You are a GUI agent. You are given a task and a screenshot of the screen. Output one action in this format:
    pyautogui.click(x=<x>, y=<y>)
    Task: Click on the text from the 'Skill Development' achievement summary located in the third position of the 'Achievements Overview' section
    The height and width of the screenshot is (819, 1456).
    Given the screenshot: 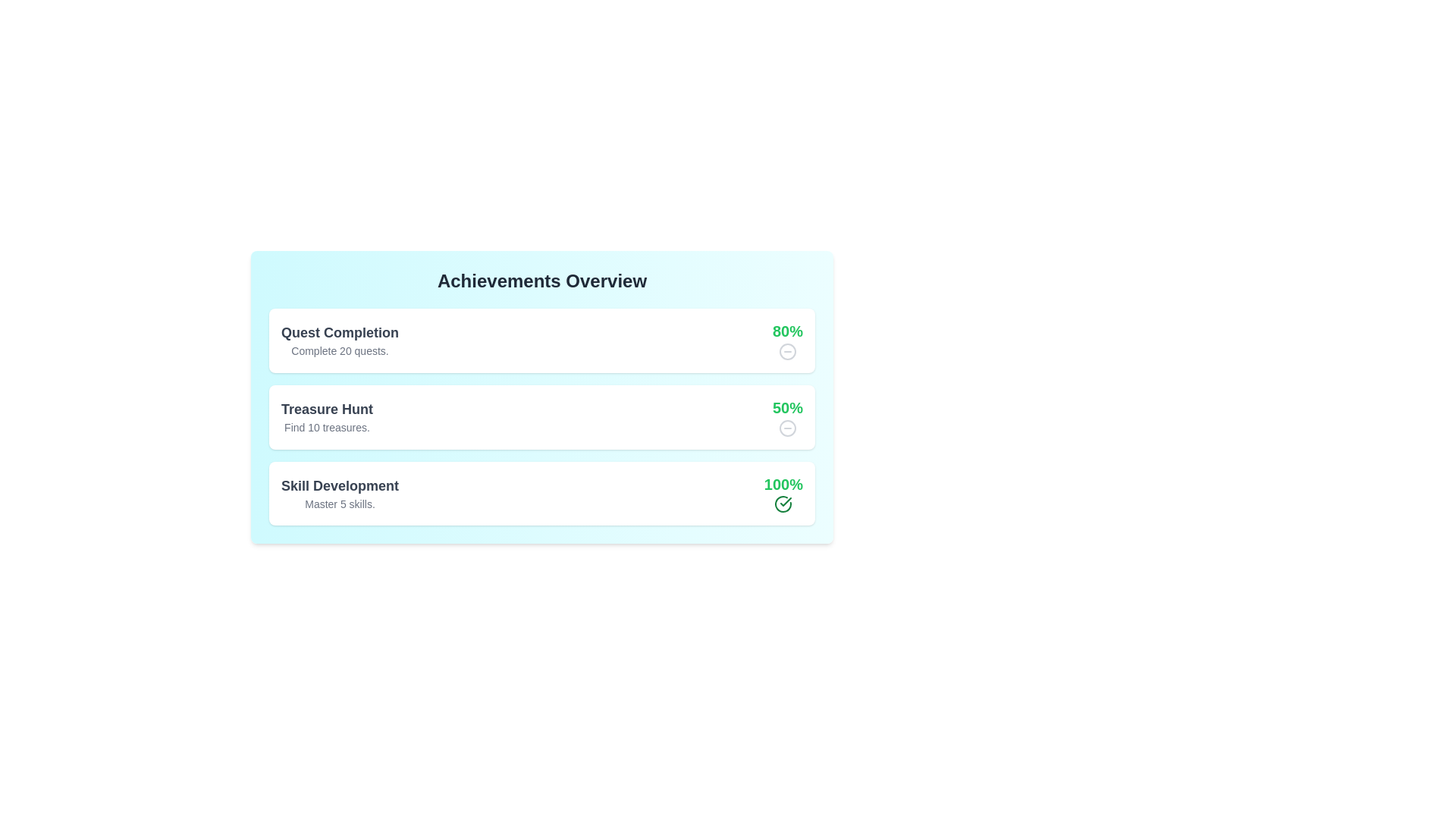 What is the action you would take?
    pyautogui.click(x=339, y=493)
    